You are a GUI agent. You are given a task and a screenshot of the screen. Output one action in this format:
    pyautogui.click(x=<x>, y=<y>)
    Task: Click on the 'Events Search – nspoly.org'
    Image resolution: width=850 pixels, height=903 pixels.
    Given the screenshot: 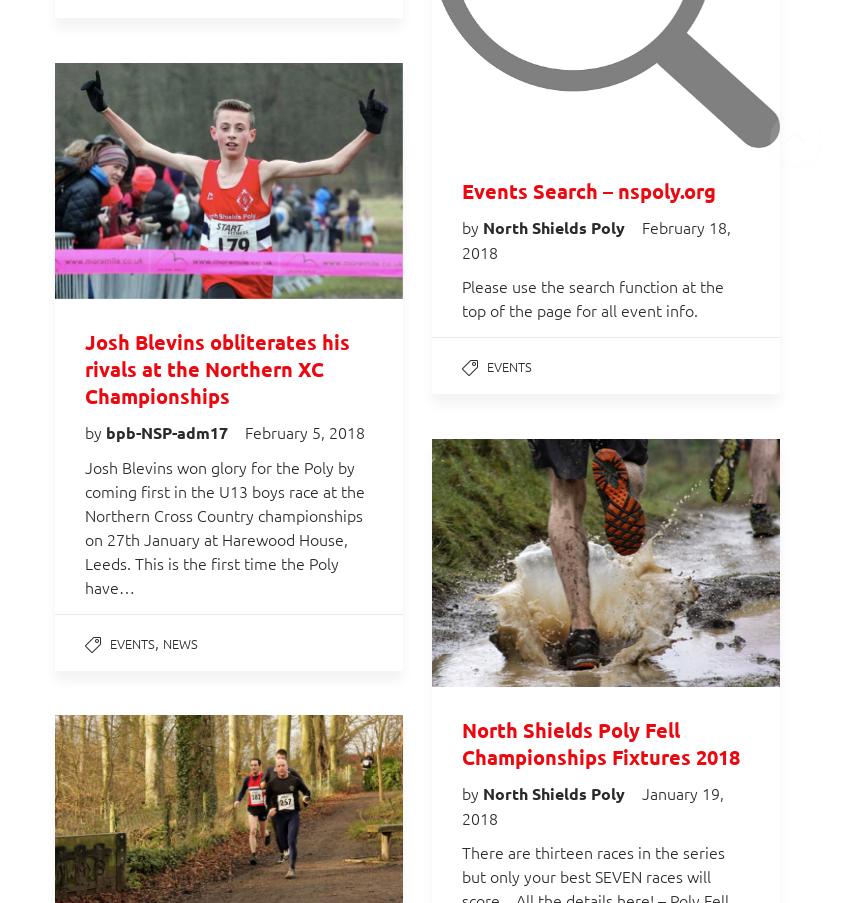 What is the action you would take?
    pyautogui.click(x=588, y=188)
    